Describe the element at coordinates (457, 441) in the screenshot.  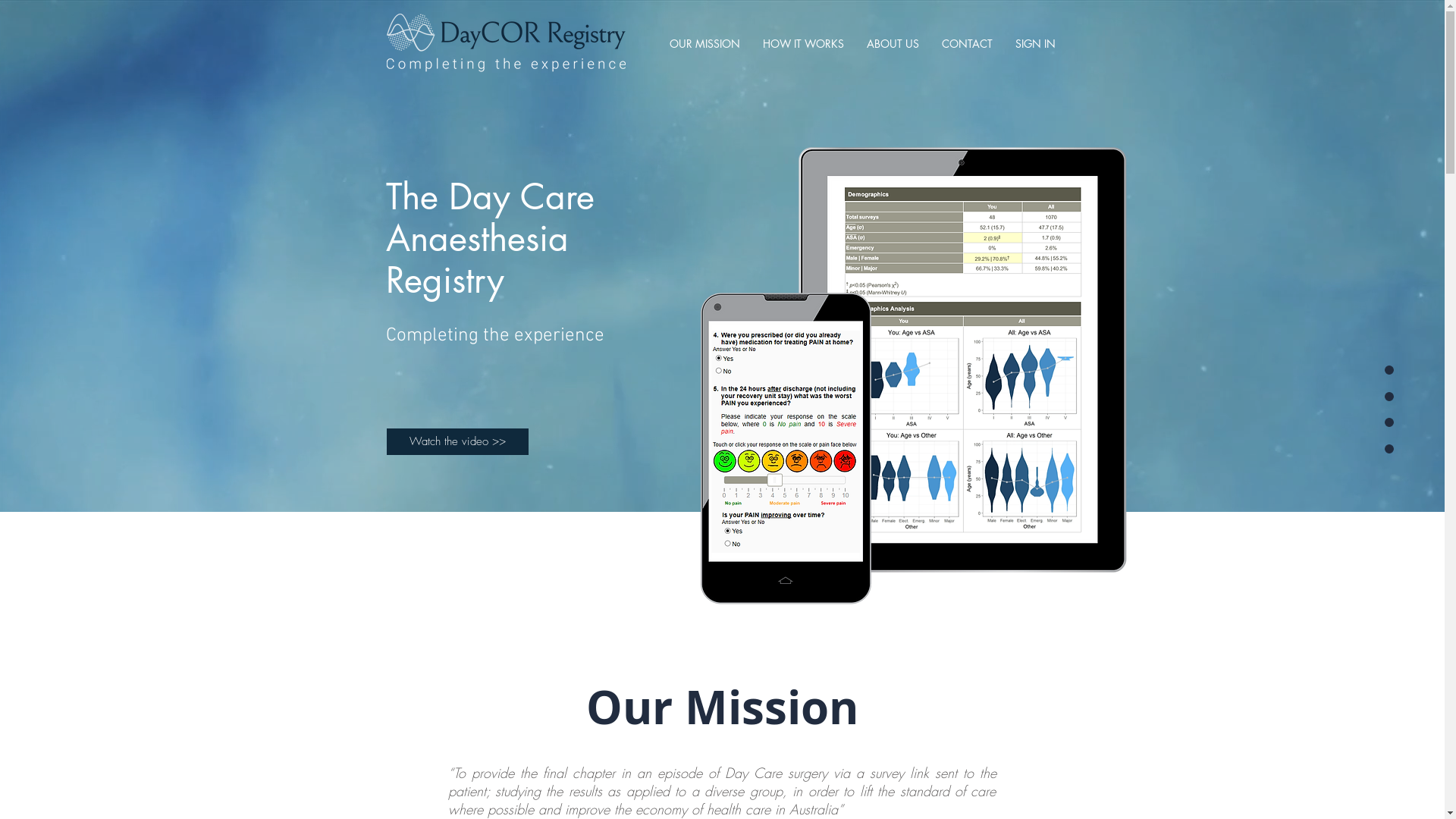
I see `'Watch the video >>'` at that location.